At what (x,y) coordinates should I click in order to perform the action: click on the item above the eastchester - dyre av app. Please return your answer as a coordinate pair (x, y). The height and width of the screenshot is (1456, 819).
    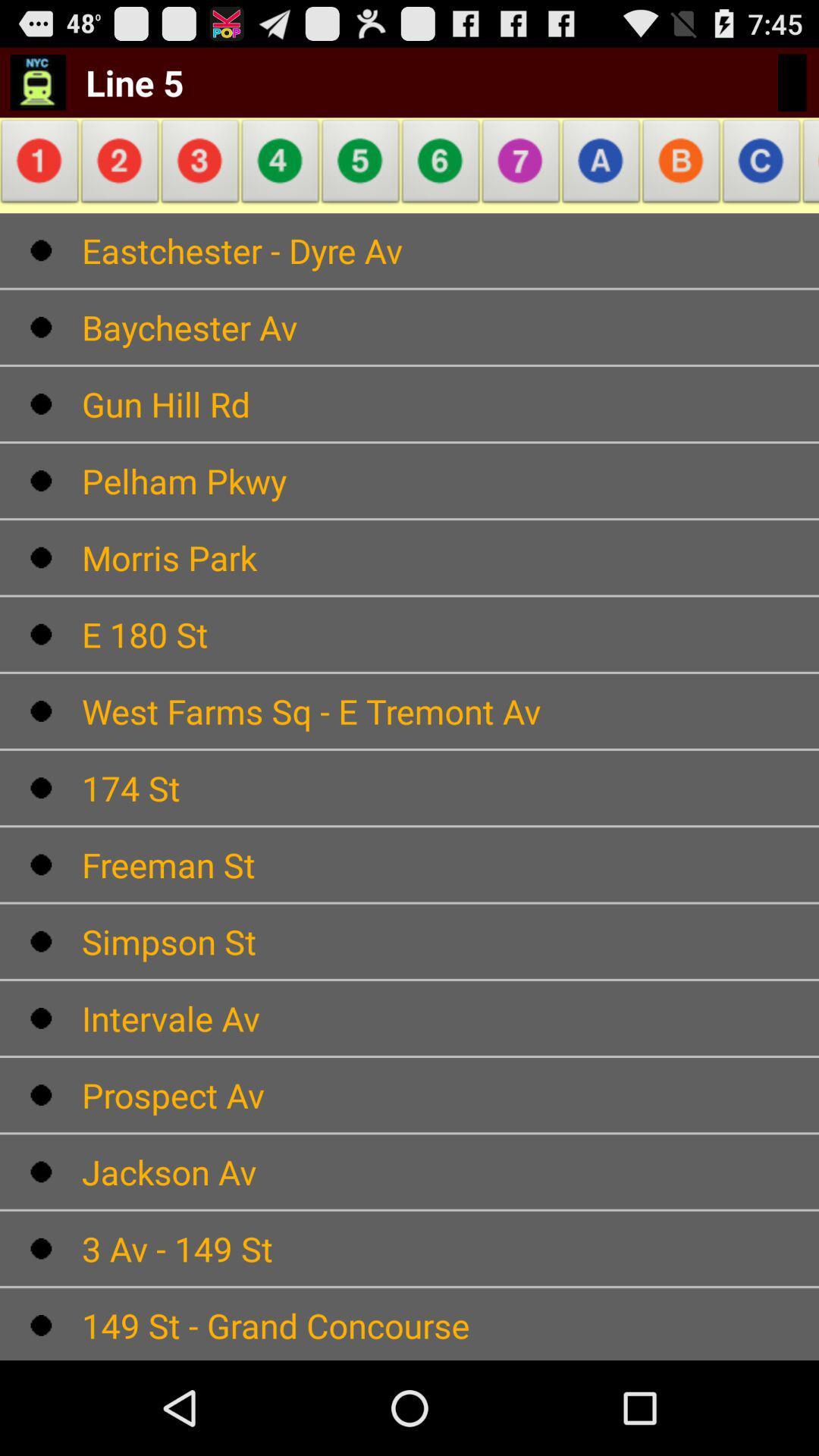
    Looking at the image, I should click on (42, 165).